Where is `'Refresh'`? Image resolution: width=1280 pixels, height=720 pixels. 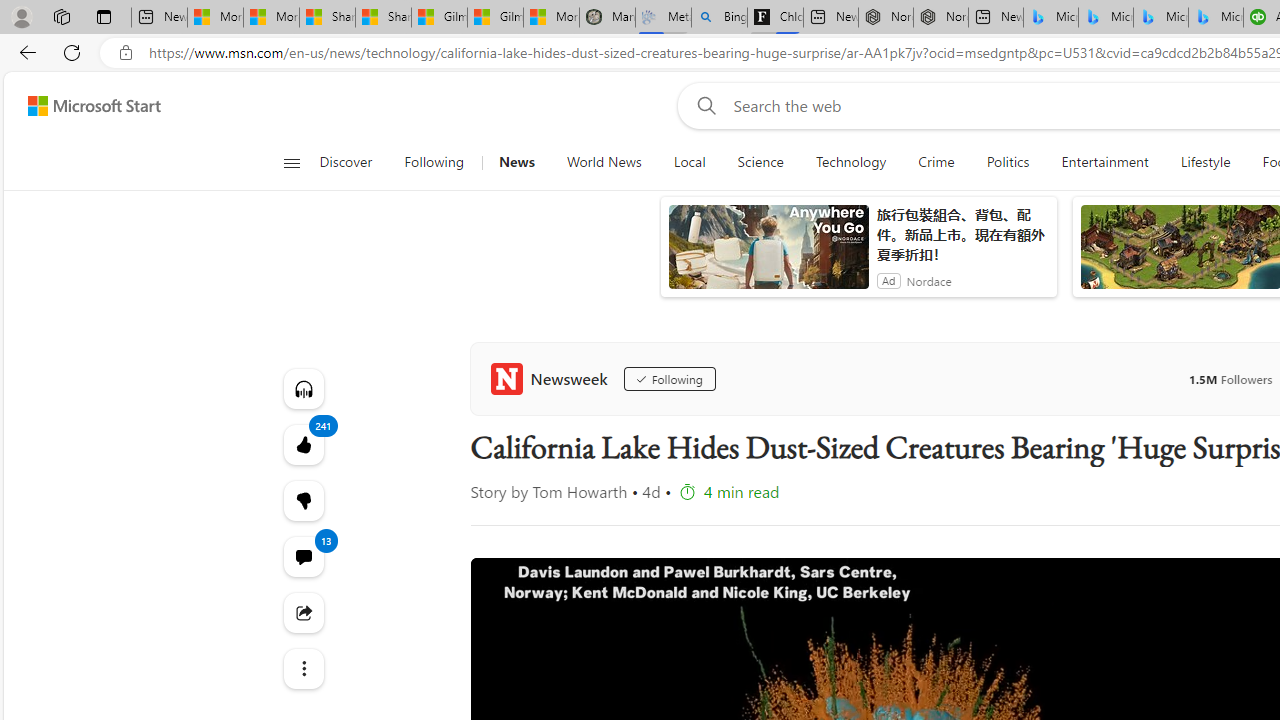
'Refresh' is located at coordinates (72, 51).